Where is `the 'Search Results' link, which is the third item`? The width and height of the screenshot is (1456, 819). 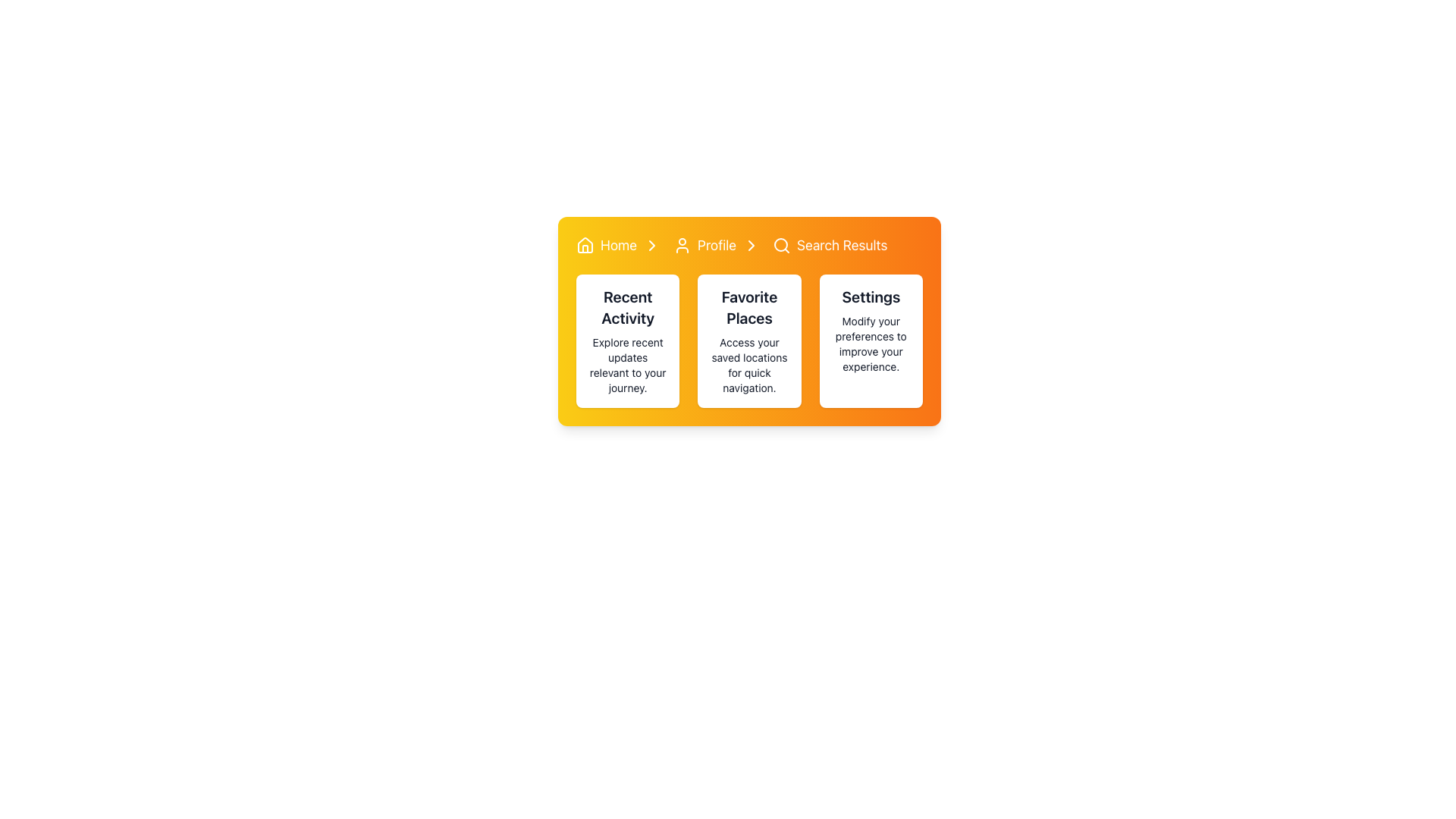
the 'Search Results' link, which is the third item is located at coordinates (829, 245).